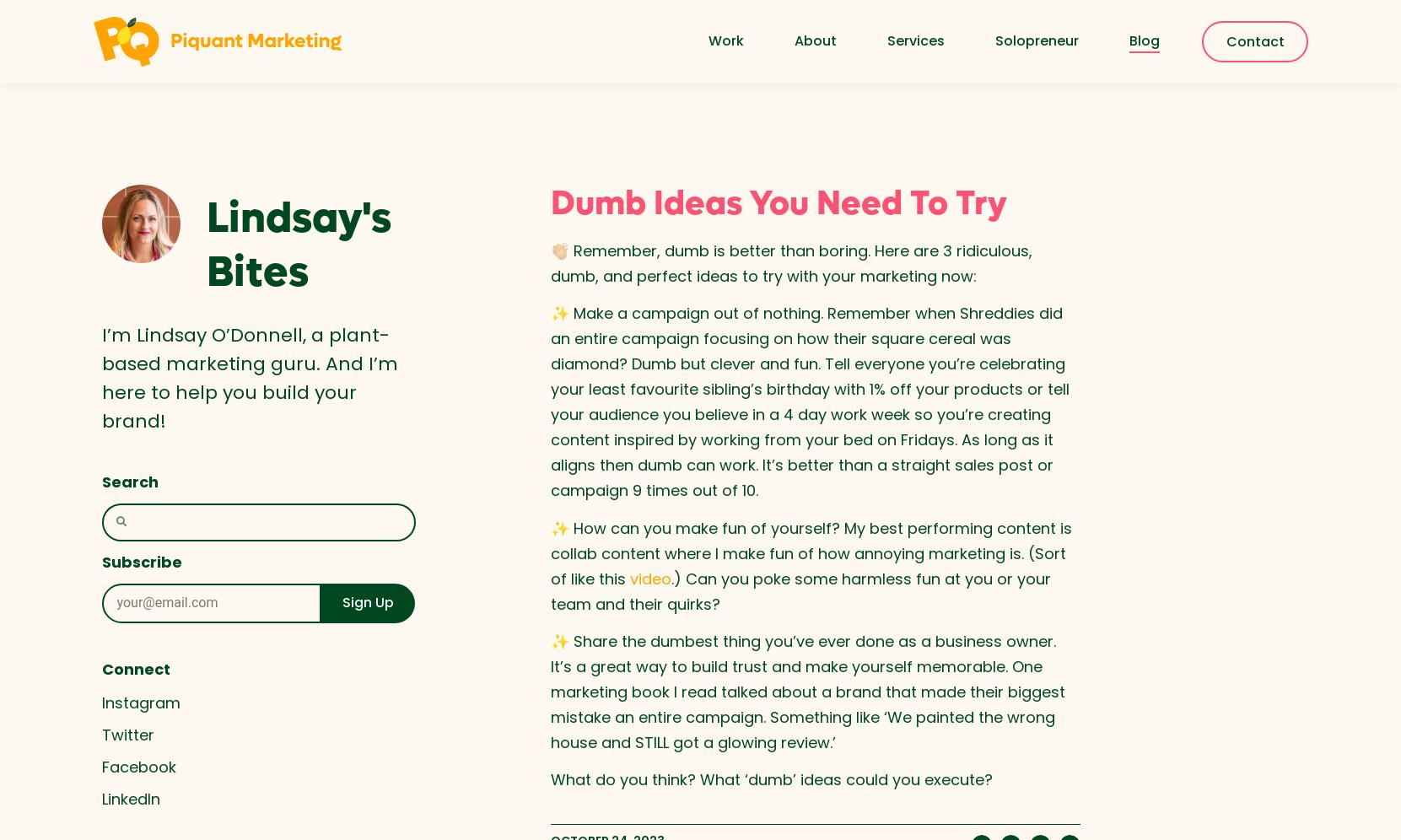  What do you see at coordinates (806, 691) in the screenshot?
I see `'✨ Share the dumbest thing you’ve ever done as a business owner. It’s a great way to build trust and make yourself memorable. One marketing book I read talked about a brand that made their biggest mistake an entire campaign. Something like ‘We painted the wrong house and STILL got a glowing review.’'` at bounding box center [806, 691].